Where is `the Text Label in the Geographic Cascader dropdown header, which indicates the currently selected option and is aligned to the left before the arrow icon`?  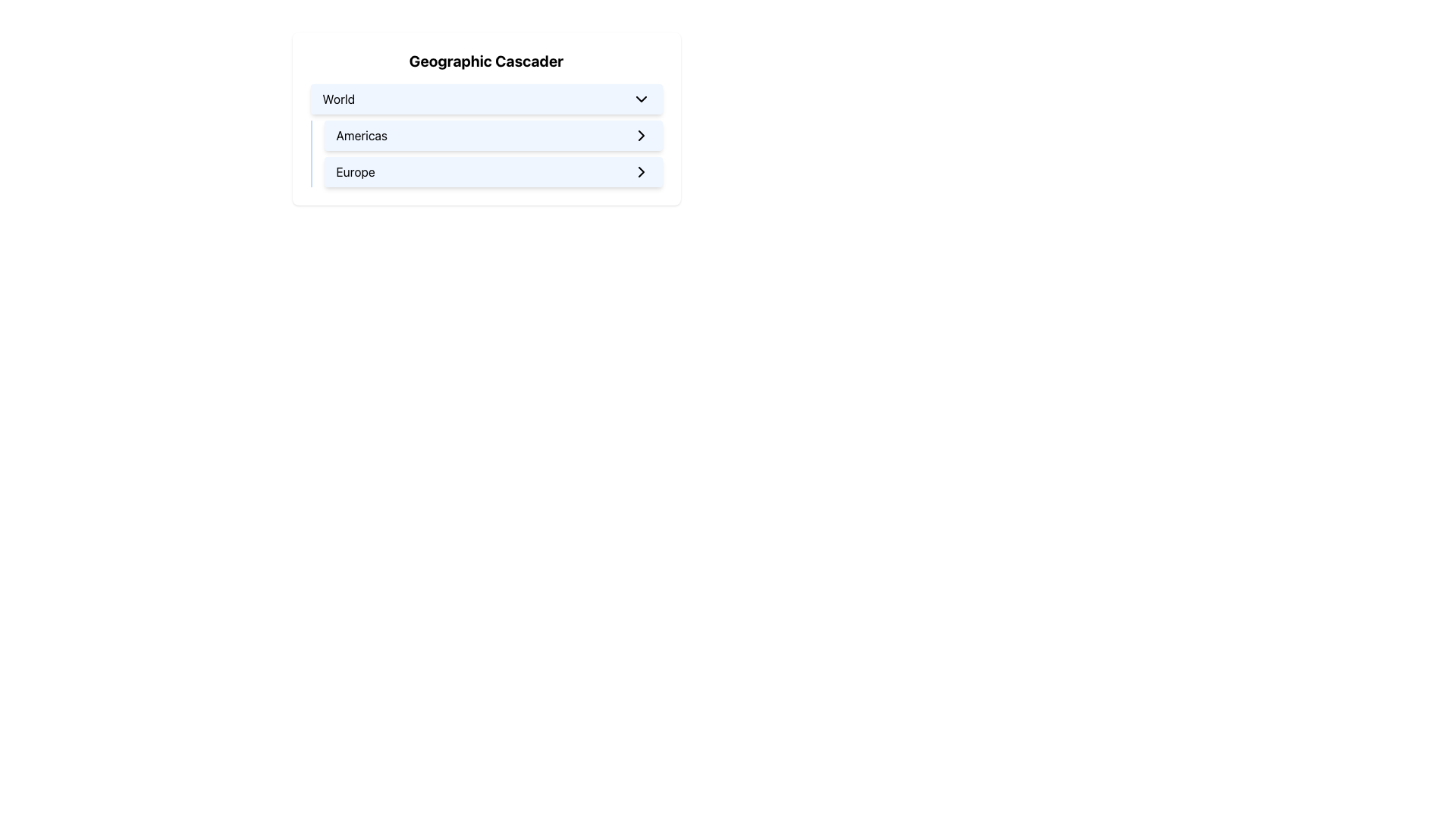
the Text Label in the Geographic Cascader dropdown header, which indicates the currently selected option and is aligned to the left before the arrow icon is located at coordinates (337, 99).